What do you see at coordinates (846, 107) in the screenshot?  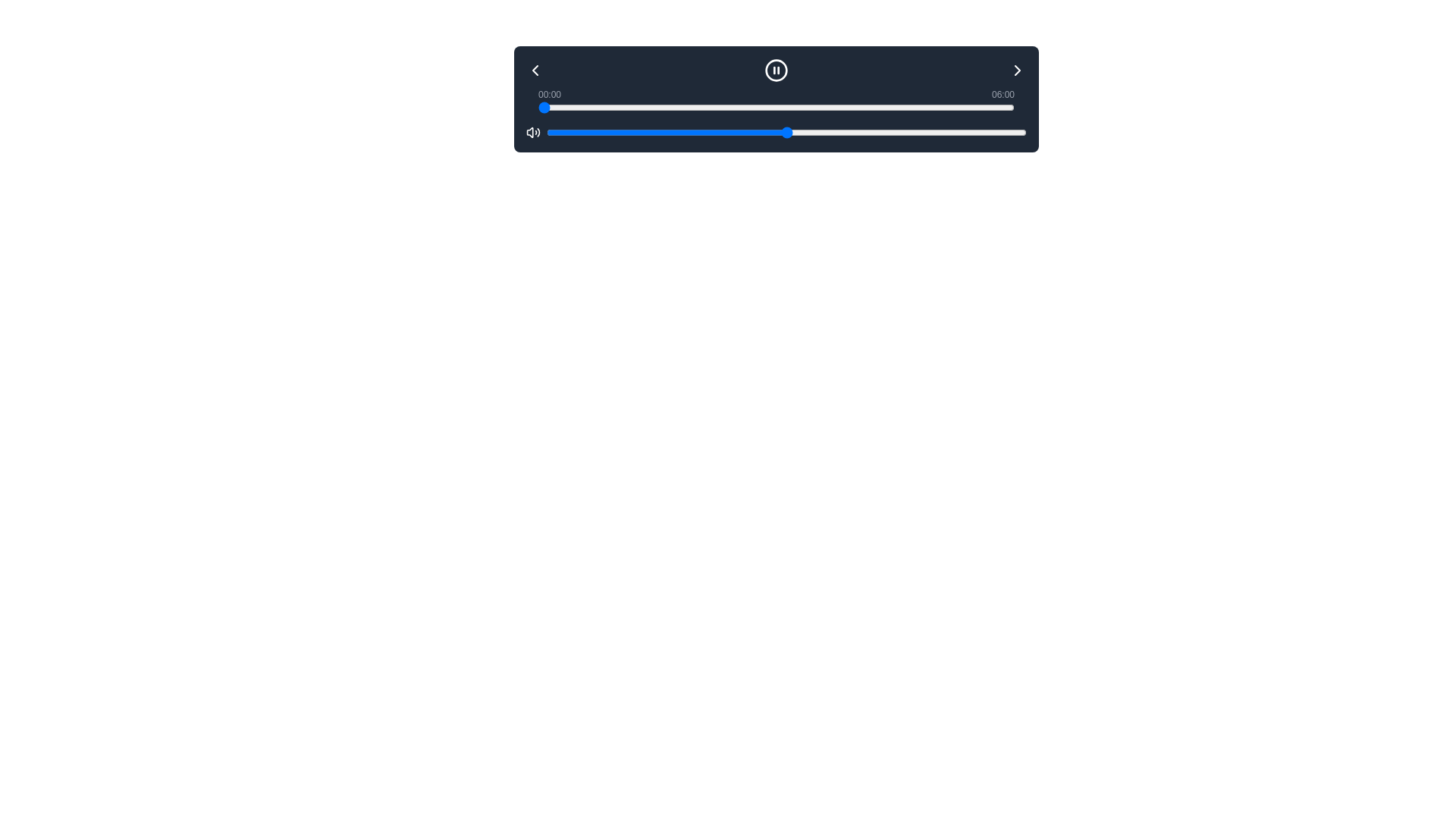 I see `the playback time` at bounding box center [846, 107].